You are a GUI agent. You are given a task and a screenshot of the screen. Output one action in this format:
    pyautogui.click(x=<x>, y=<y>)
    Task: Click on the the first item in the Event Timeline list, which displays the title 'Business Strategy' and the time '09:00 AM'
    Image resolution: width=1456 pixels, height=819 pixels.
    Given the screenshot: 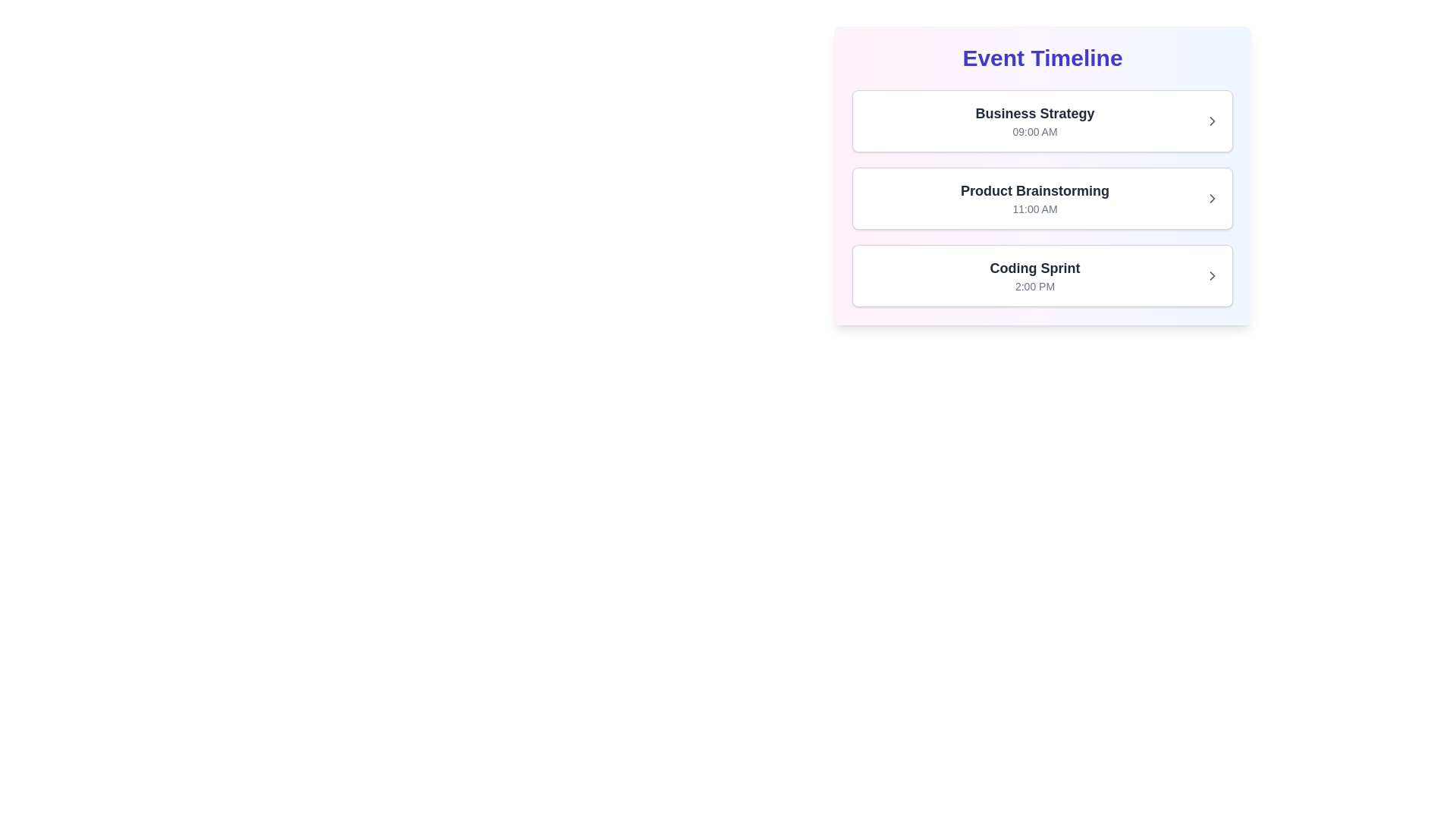 What is the action you would take?
    pyautogui.click(x=1041, y=120)
    